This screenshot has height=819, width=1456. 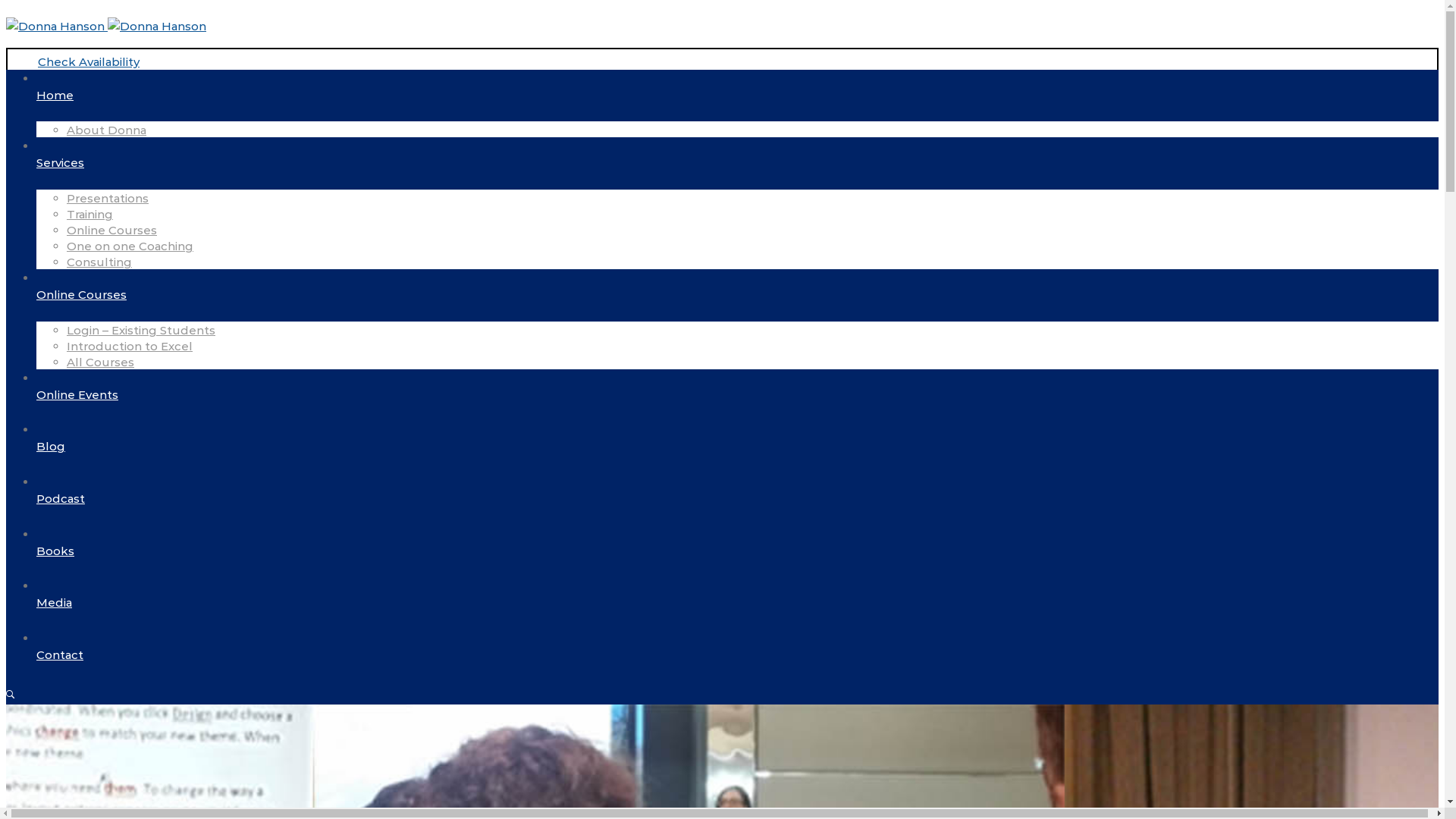 What do you see at coordinates (737, 601) in the screenshot?
I see `'Media'` at bounding box center [737, 601].